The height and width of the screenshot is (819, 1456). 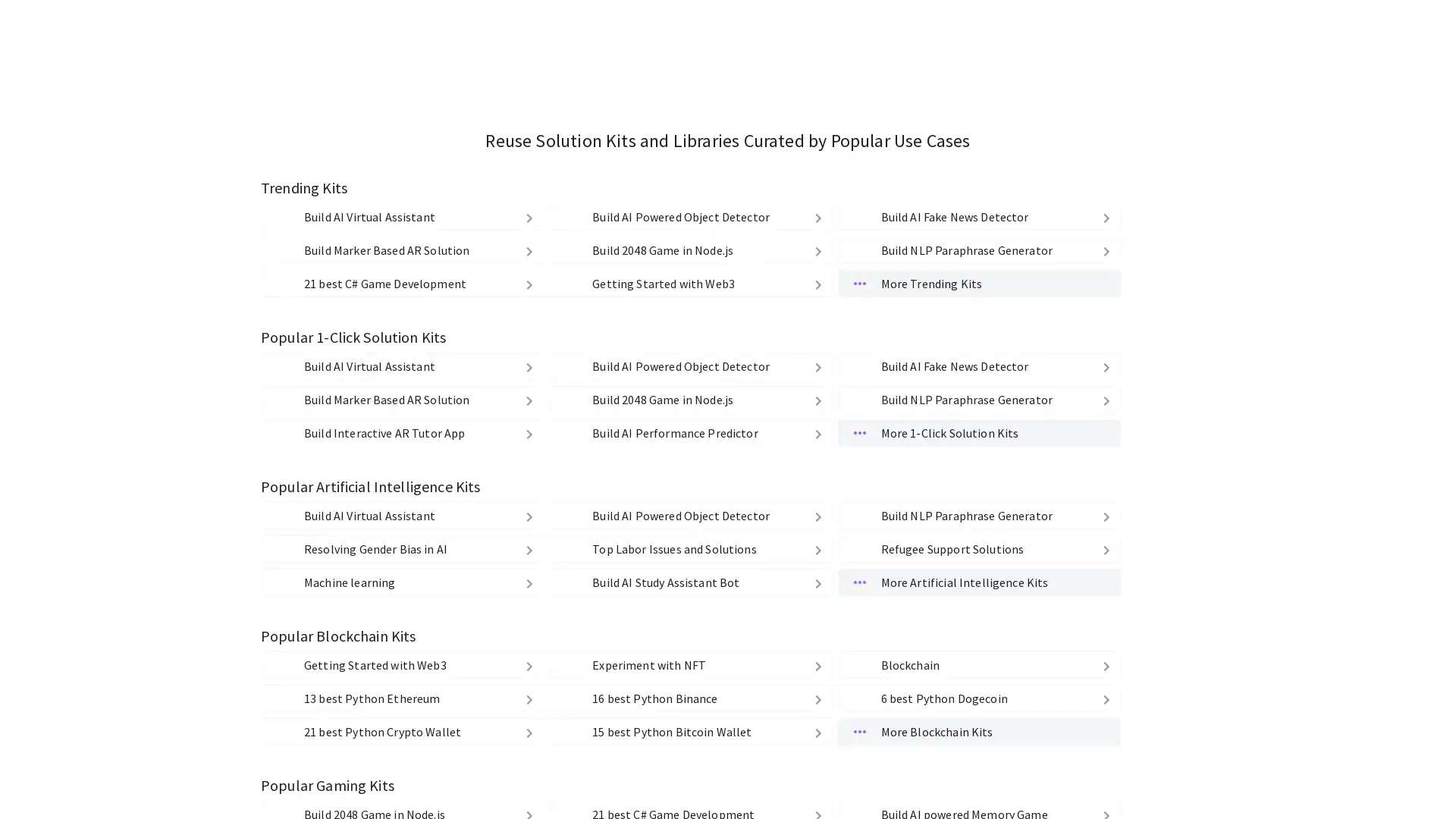 What do you see at coordinates (509, 748) in the screenshot?
I see `delete` at bounding box center [509, 748].